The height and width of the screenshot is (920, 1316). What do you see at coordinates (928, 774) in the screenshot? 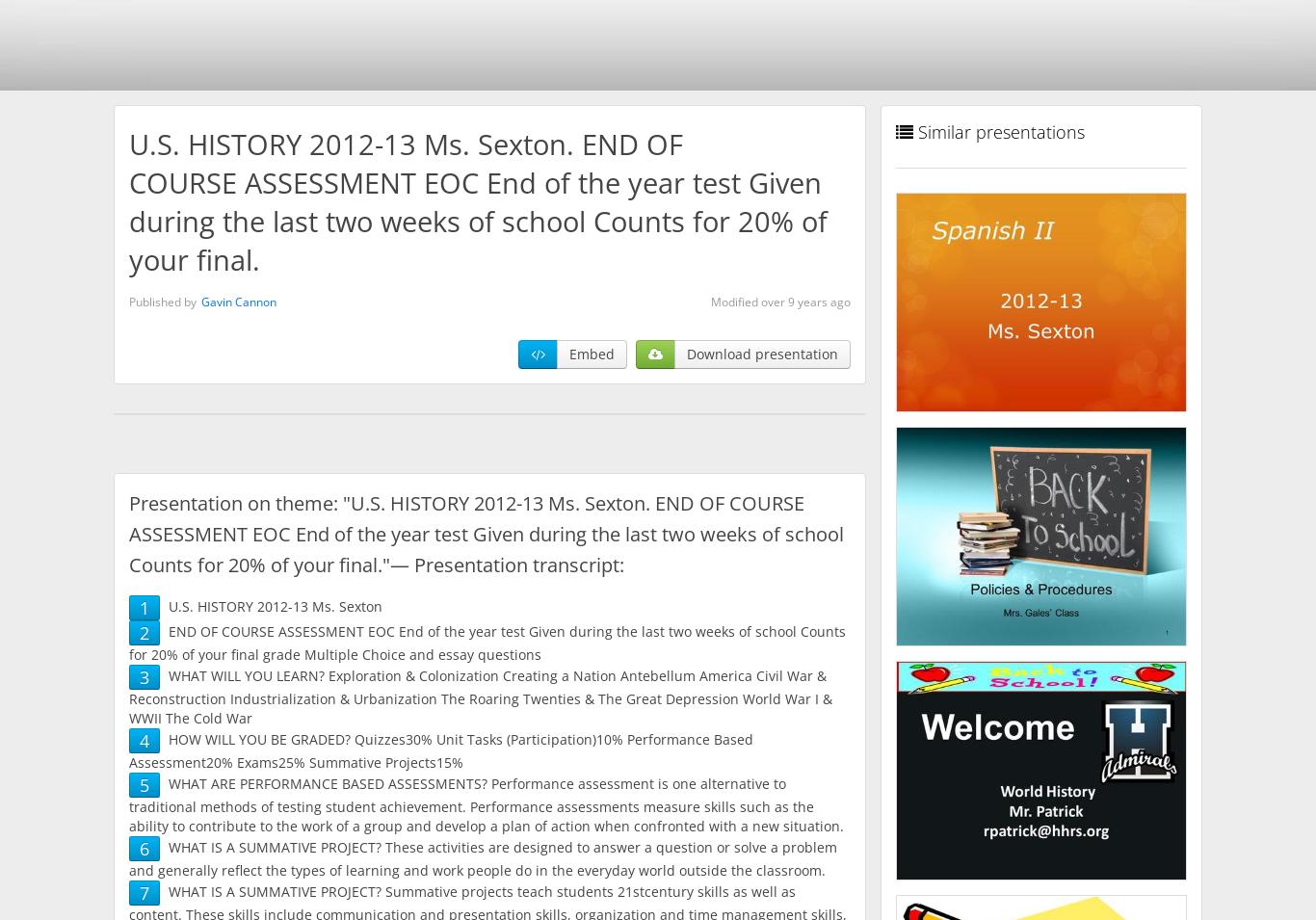
I see `'Welcome World History Mr. Patrick'` at bounding box center [928, 774].